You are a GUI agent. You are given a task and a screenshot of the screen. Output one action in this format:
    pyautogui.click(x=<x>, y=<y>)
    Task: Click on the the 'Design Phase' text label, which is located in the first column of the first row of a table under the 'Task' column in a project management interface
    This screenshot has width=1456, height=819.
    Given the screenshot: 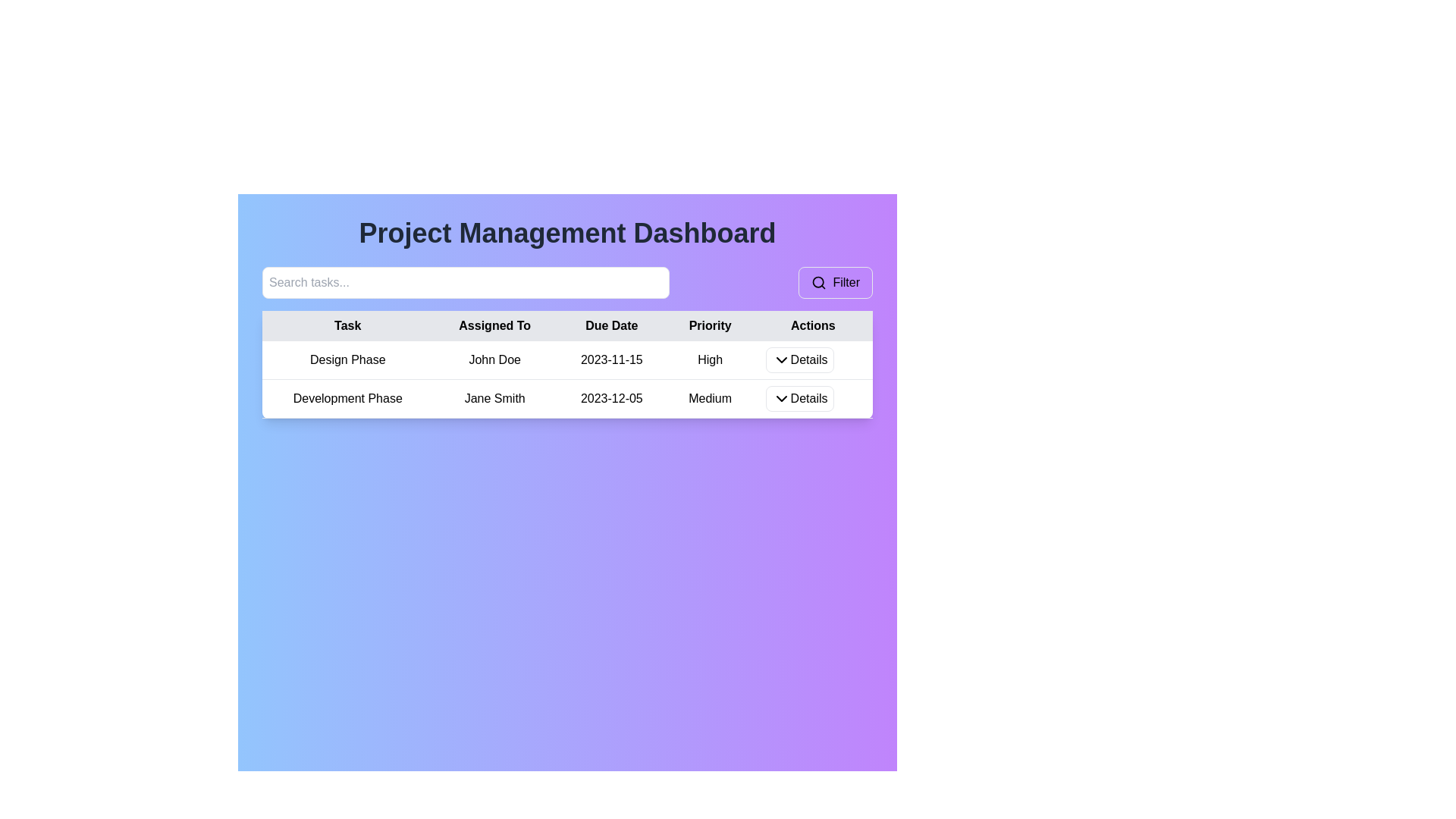 What is the action you would take?
    pyautogui.click(x=347, y=360)
    